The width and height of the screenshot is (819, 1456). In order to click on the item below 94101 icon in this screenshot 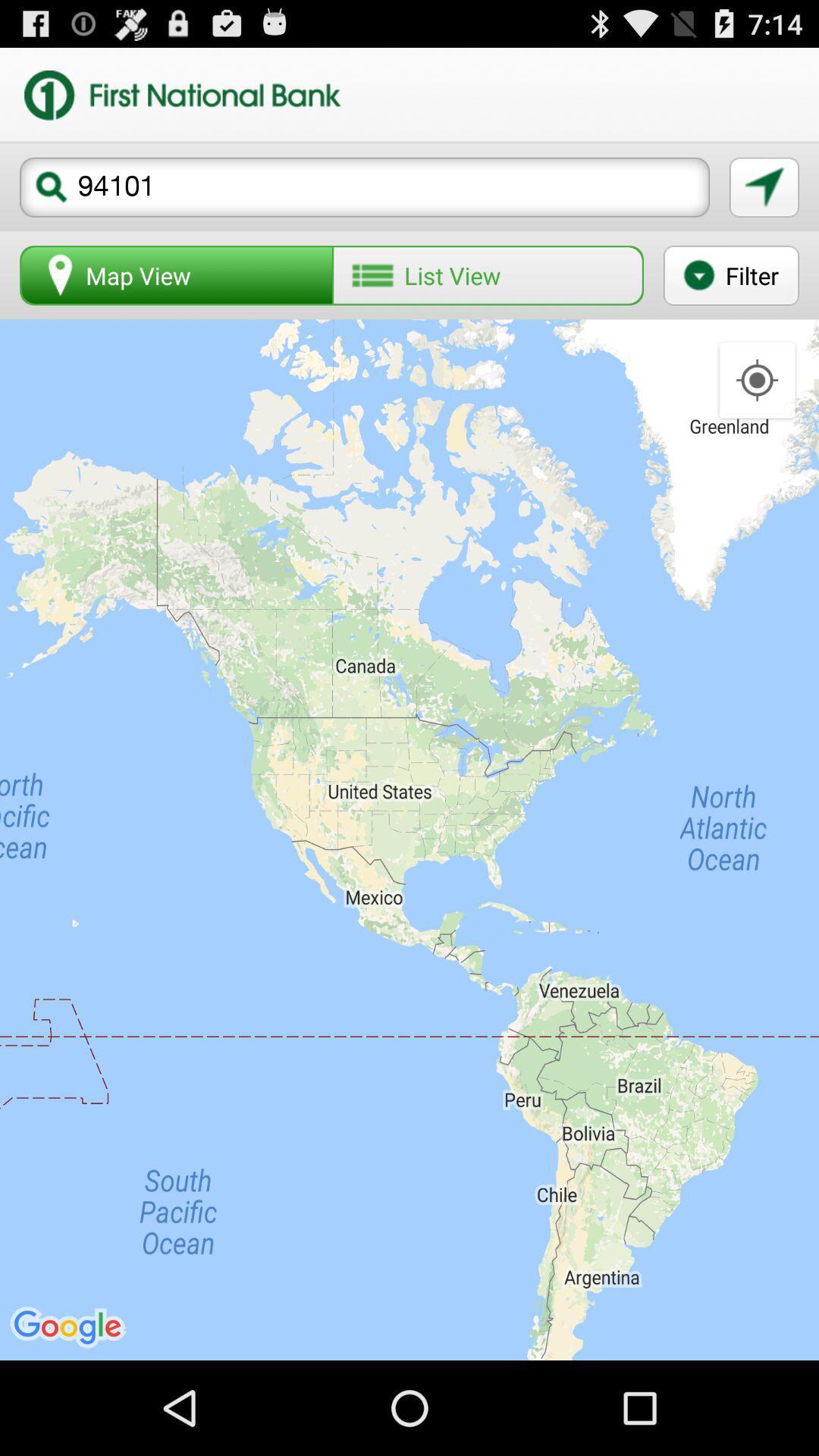, I will do `click(488, 275)`.